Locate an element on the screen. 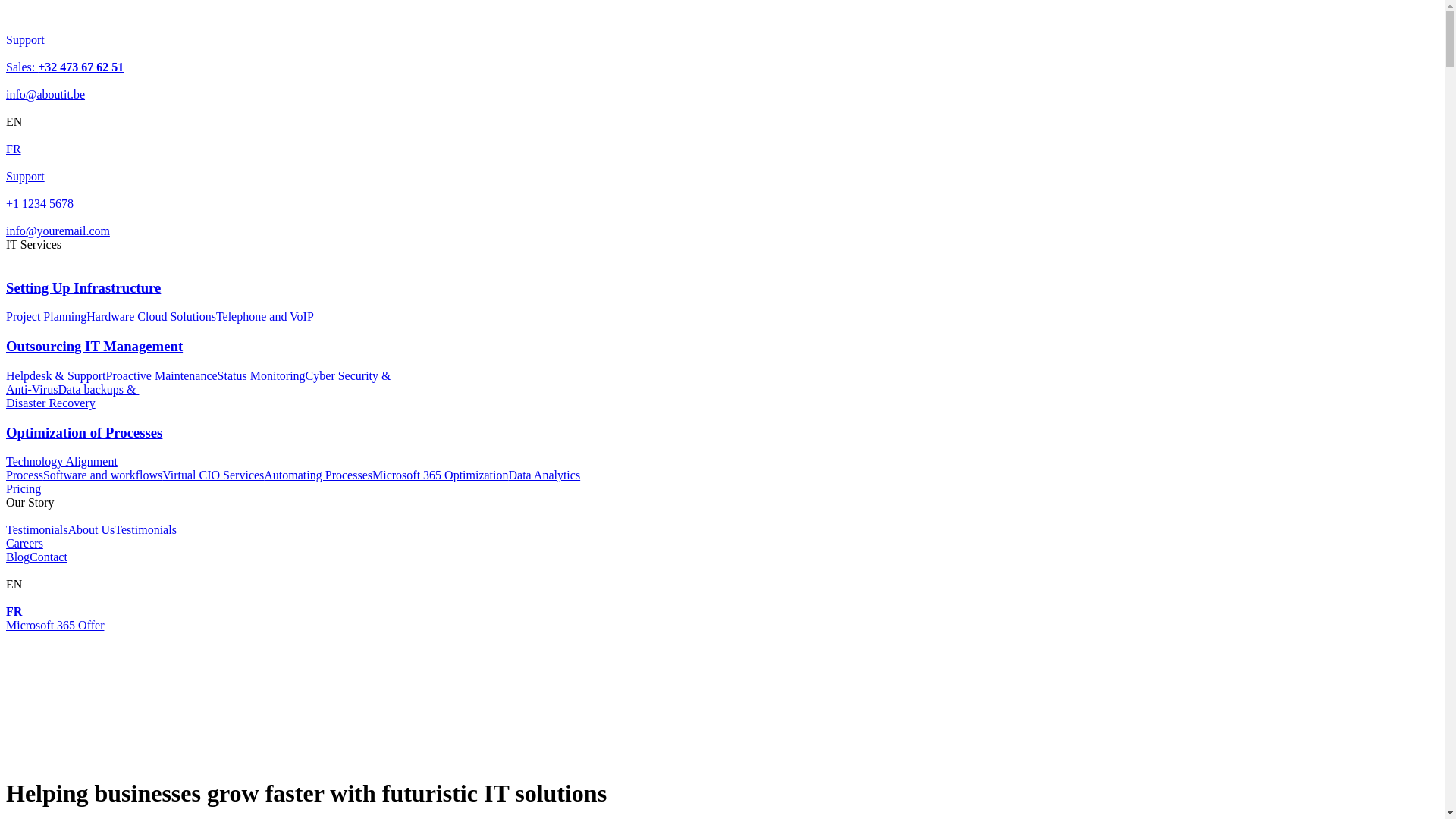 This screenshot has width=1456, height=819. 'Blog' is located at coordinates (17, 557).